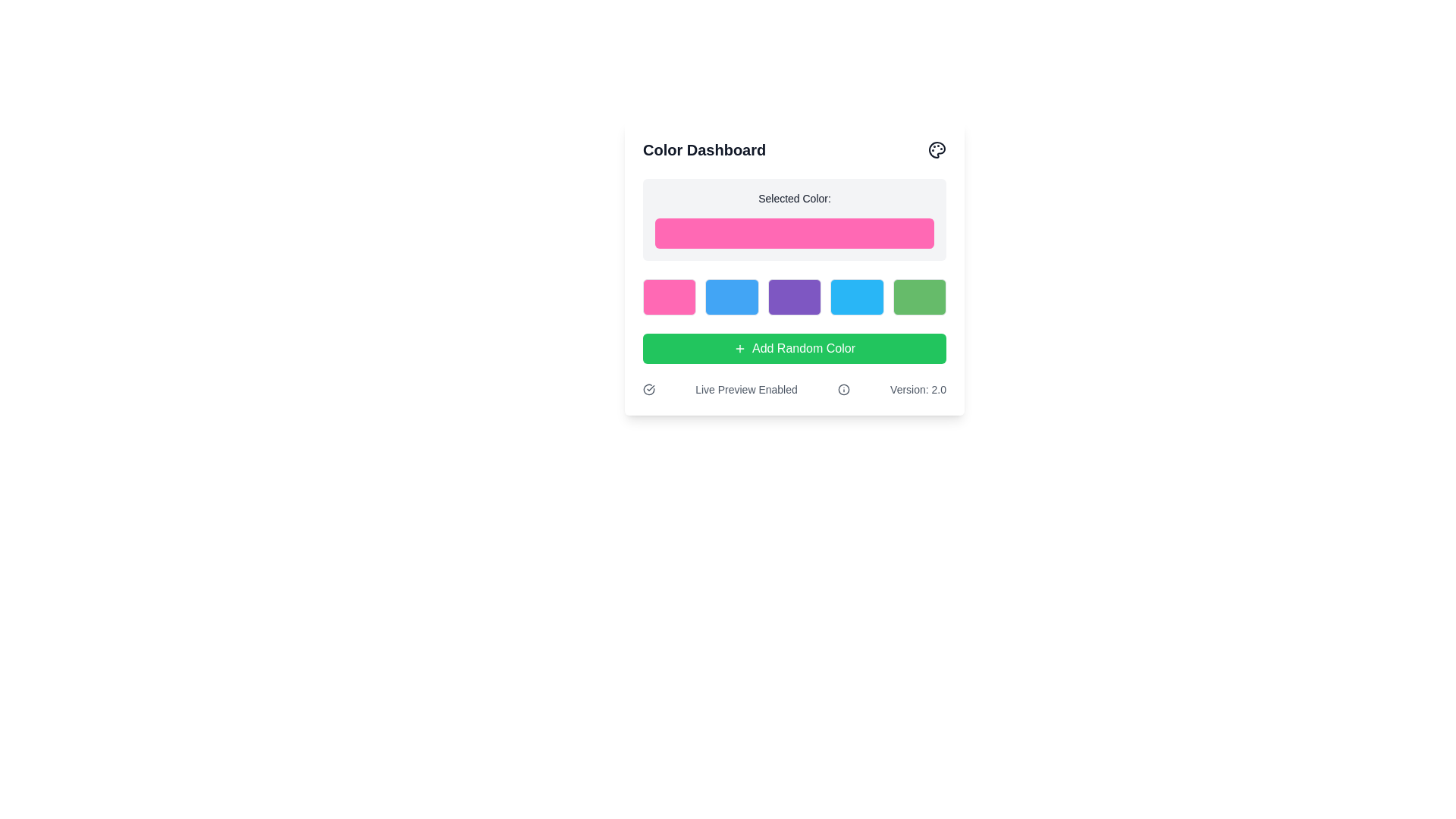 This screenshot has height=819, width=1456. I want to click on the colored block in the color selection grid, which is the third block in the row directly below the 'Selected Color:' section, so click(793, 297).